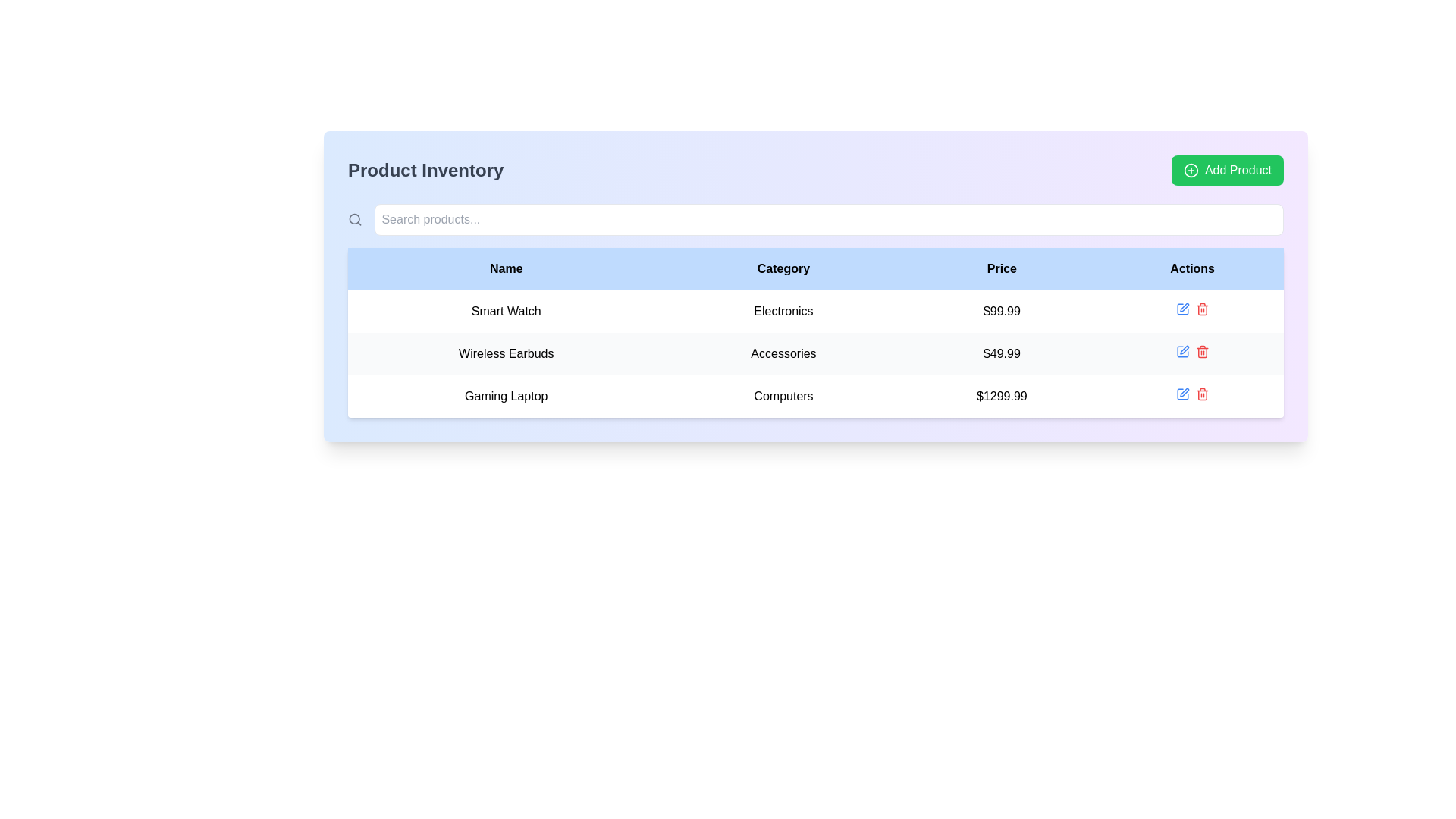 This screenshot has width=1456, height=819. What do you see at coordinates (783, 311) in the screenshot?
I see `the static text element displaying 'Electronics' located in the second column of the first row in the 'Product Inventory' interface` at bounding box center [783, 311].